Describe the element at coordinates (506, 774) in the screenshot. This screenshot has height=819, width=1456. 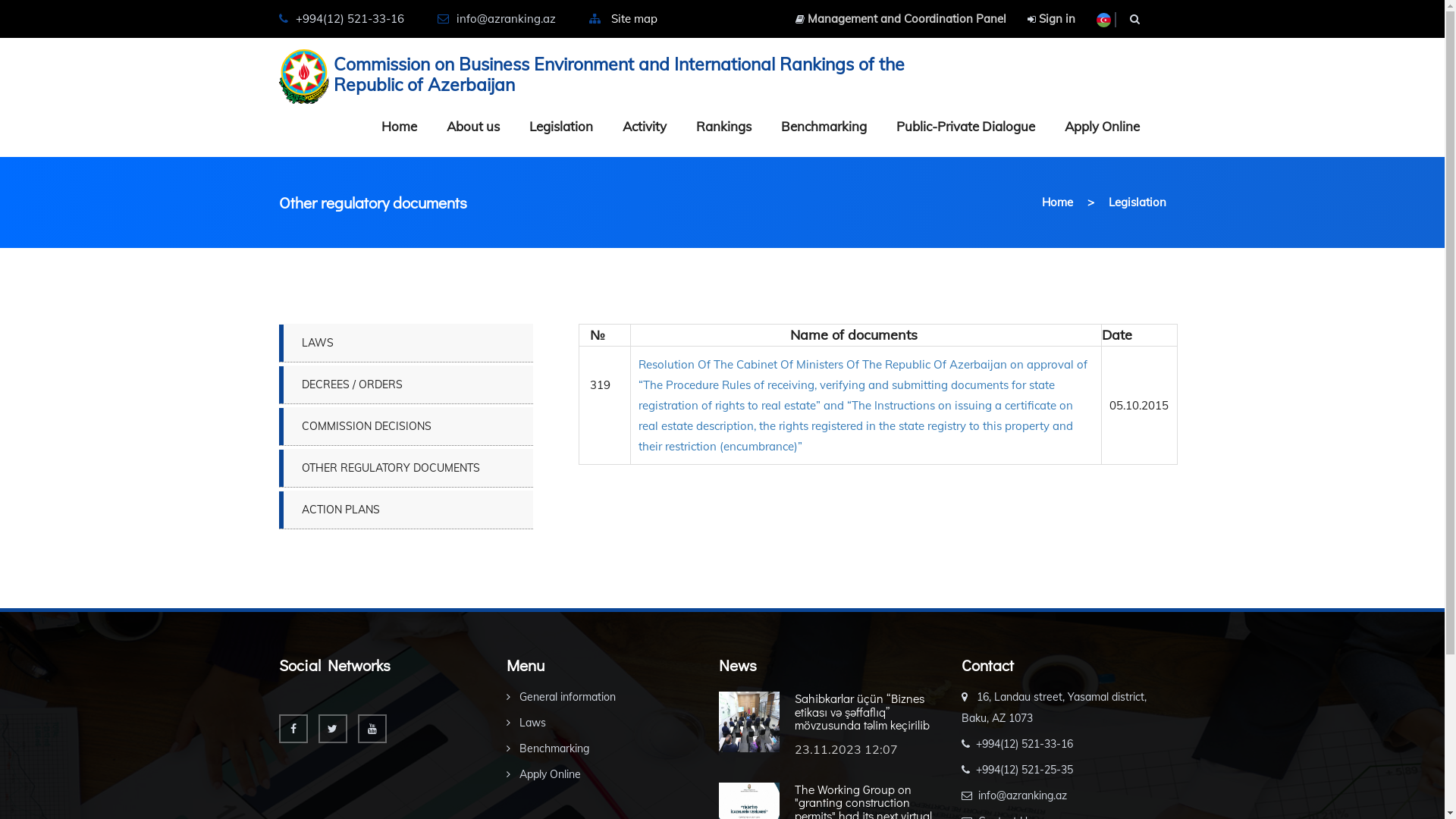
I see `'Apply Online'` at that location.